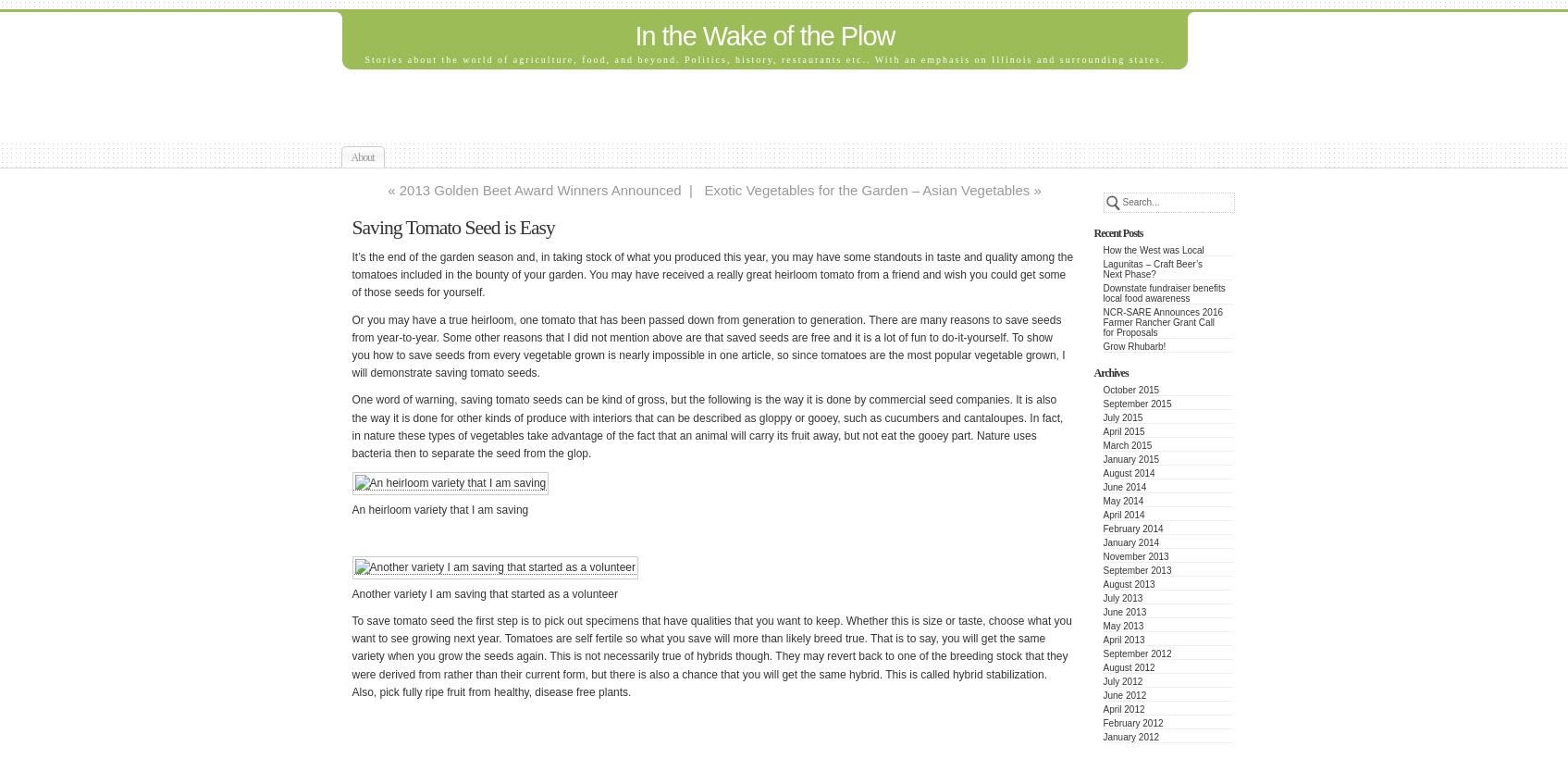  Describe the element at coordinates (1127, 445) in the screenshot. I see `'March 2015'` at that location.